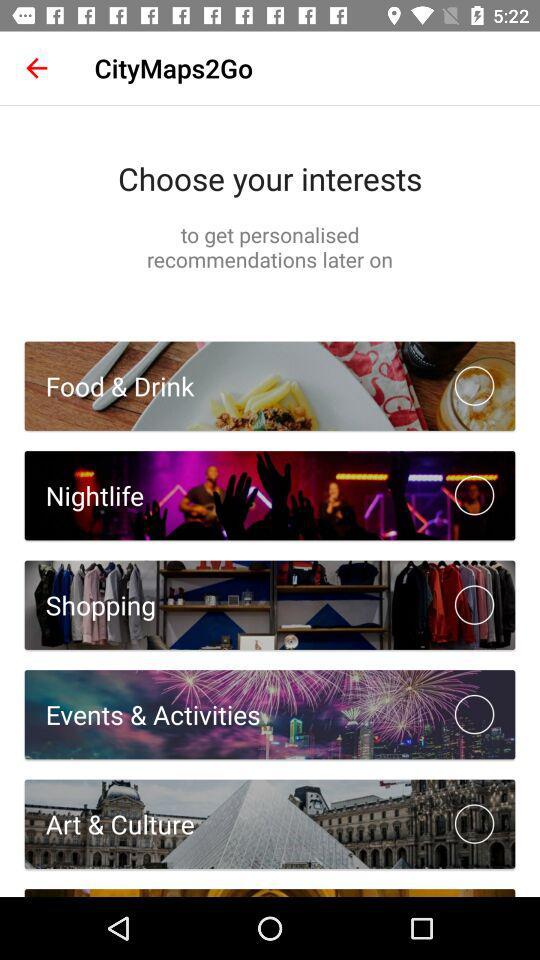  I want to click on item to the left of the citymaps2go icon, so click(36, 68).